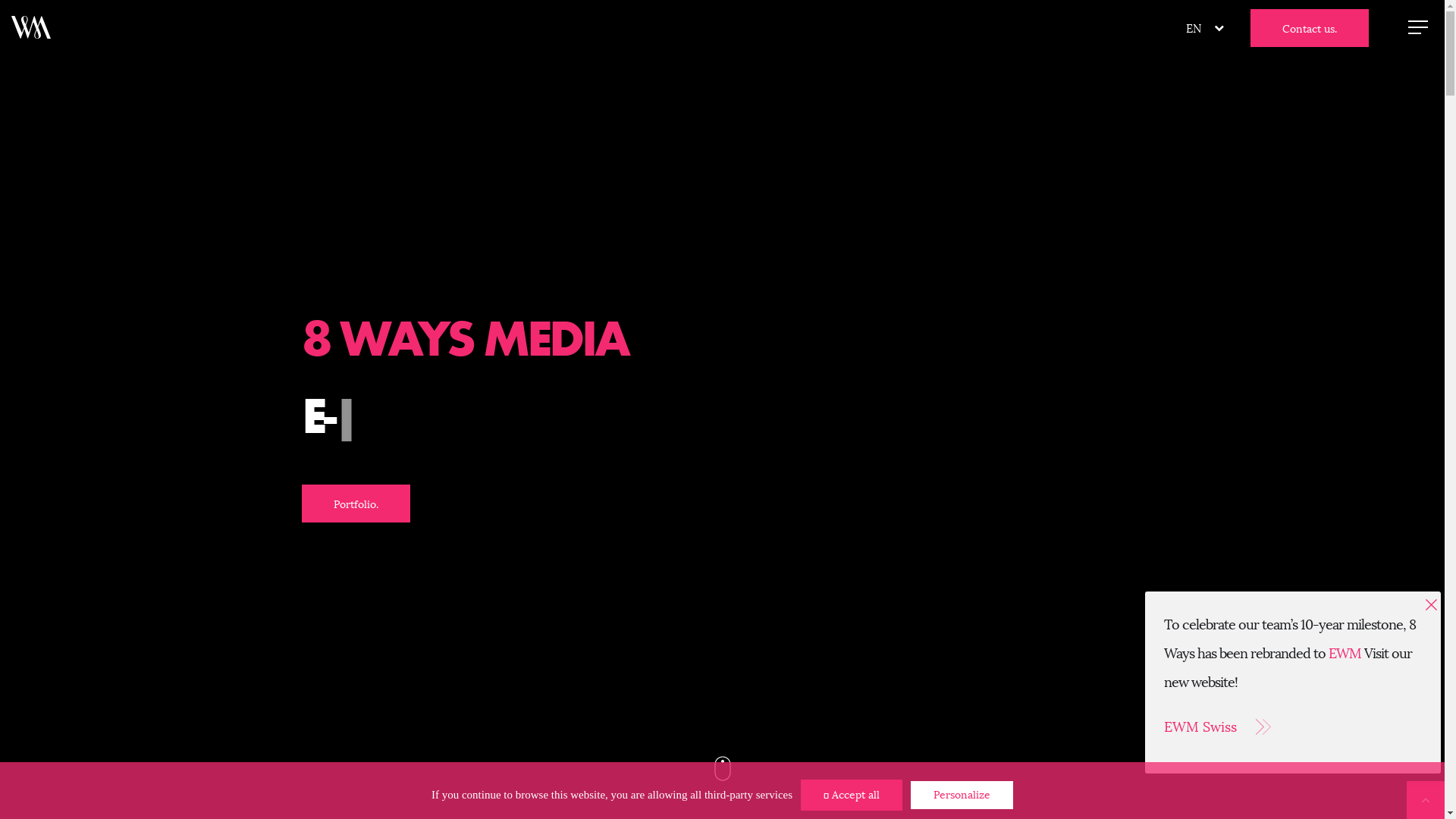 The image size is (1456, 819). What do you see at coordinates (1417, 26) in the screenshot?
I see `'Open / Close Menu'` at bounding box center [1417, 26].